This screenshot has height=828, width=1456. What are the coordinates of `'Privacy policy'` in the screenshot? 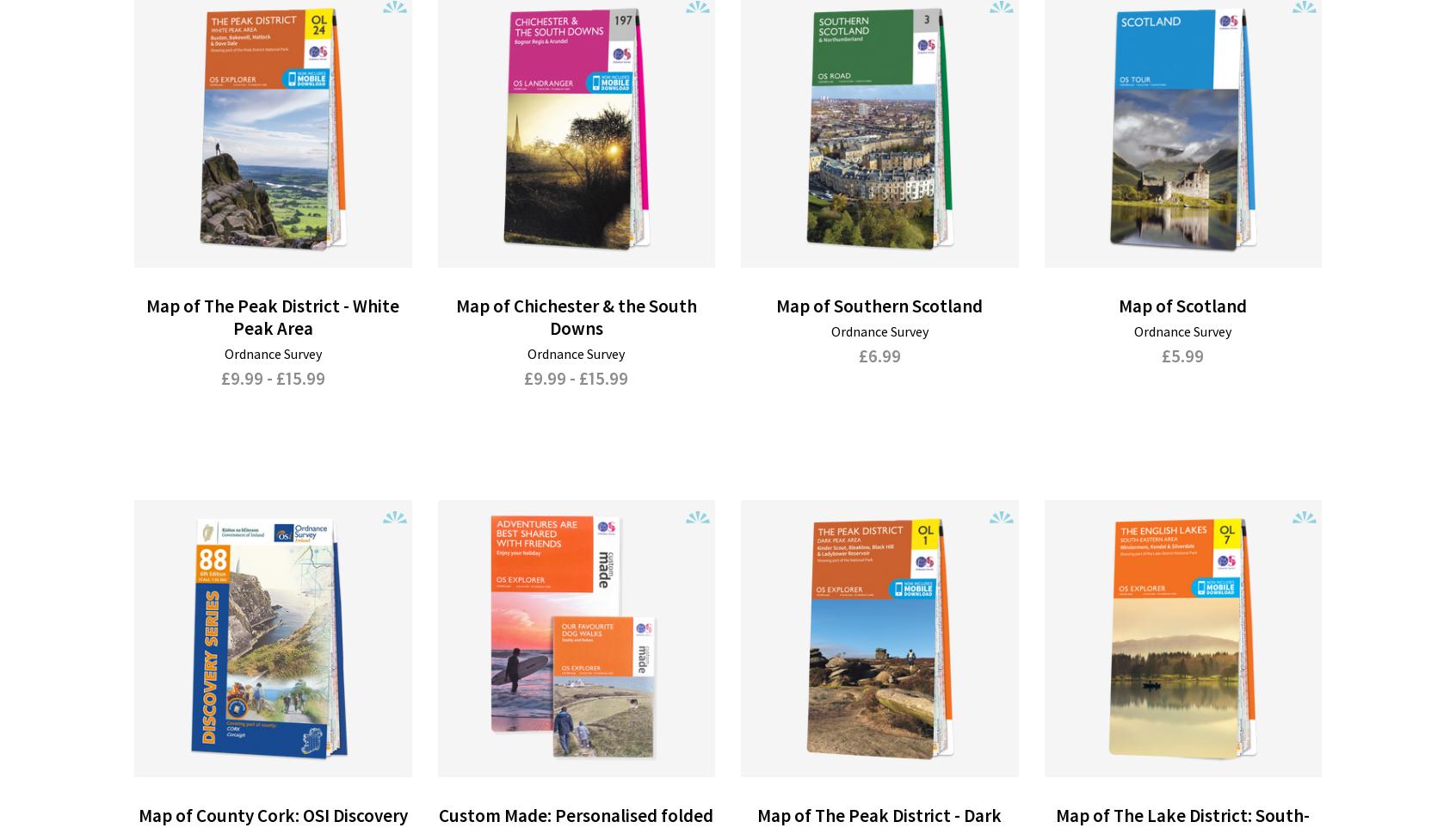 It's located at (854, 708).